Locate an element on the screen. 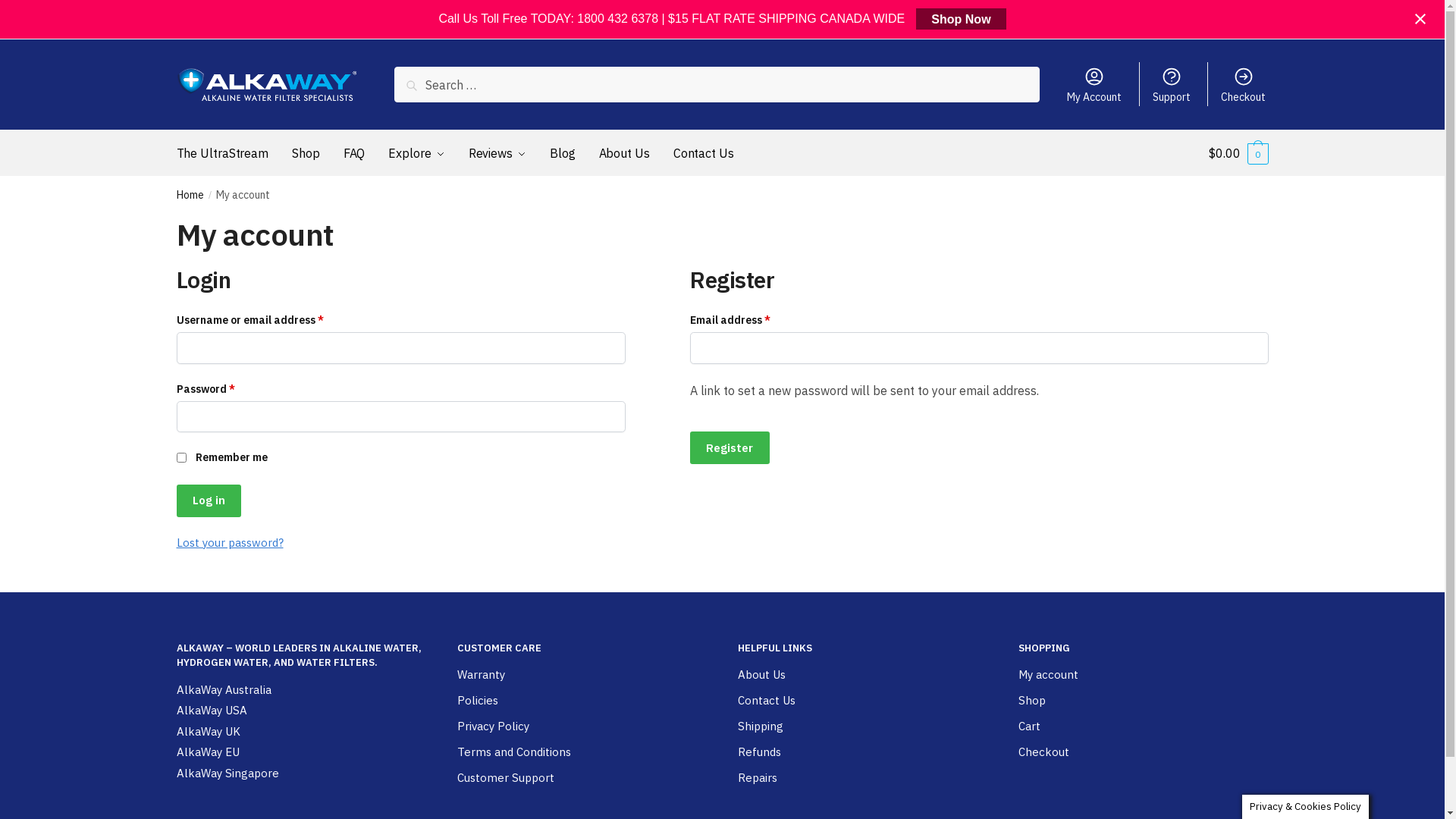  'FAQ' is located at coordinates (337, 152).